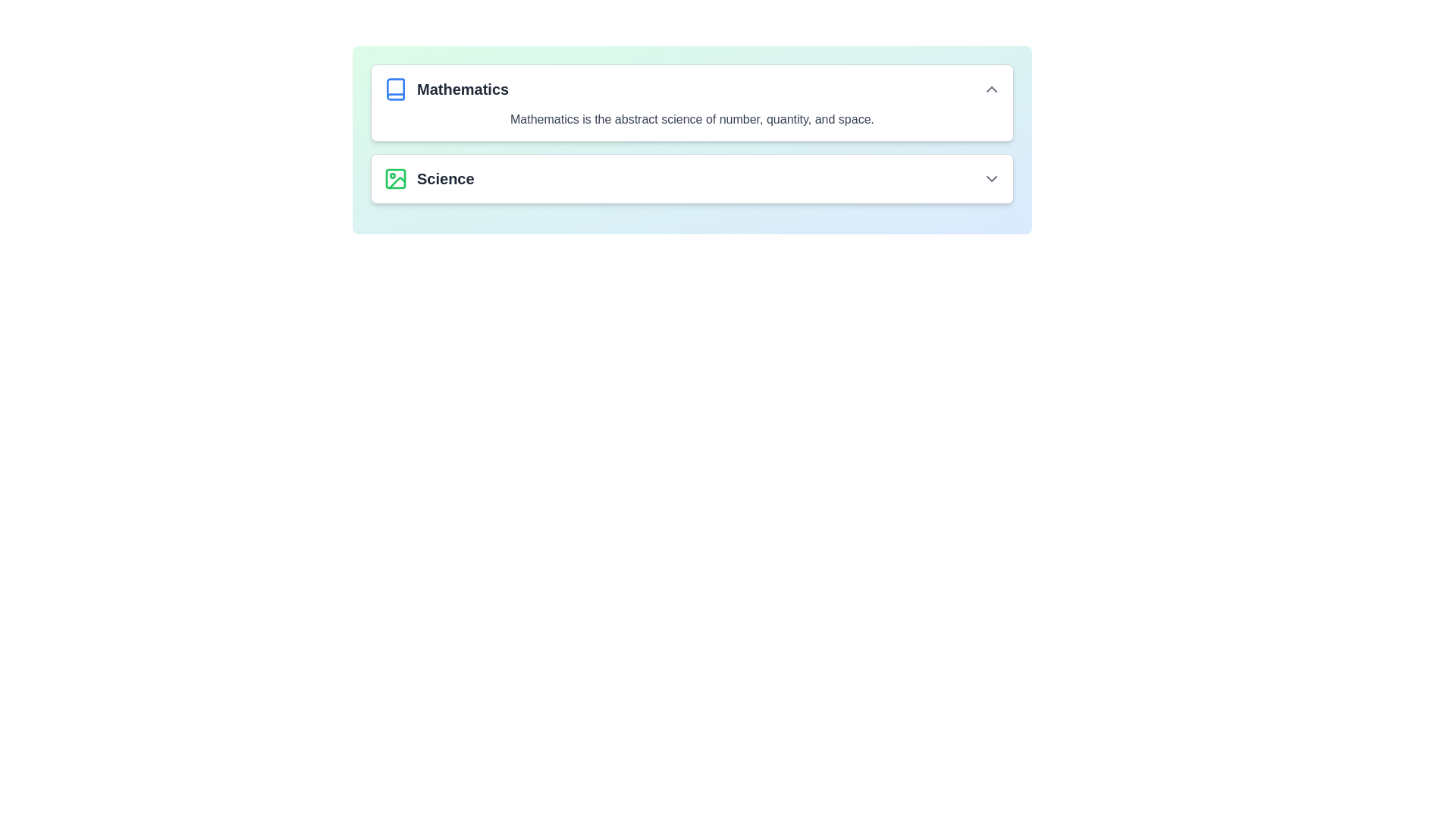 The height and width of the screenshot is (819, 1456). What do you see at coordinates (396, 89) in the screenshot?
I see `the blue book icon positioned to the left of the bold 'Mathematics' title` at bounding box center [396, 89].